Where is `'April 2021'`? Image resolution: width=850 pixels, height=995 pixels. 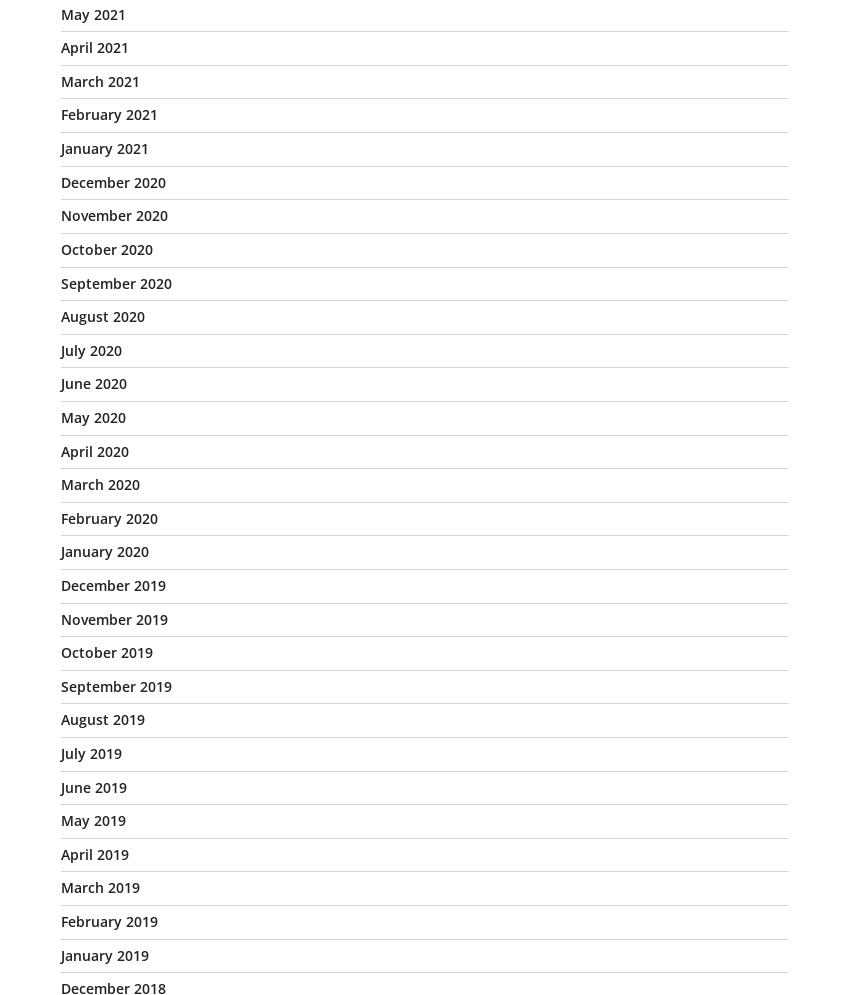 'April 2021' is located at coordinates (61, 46).